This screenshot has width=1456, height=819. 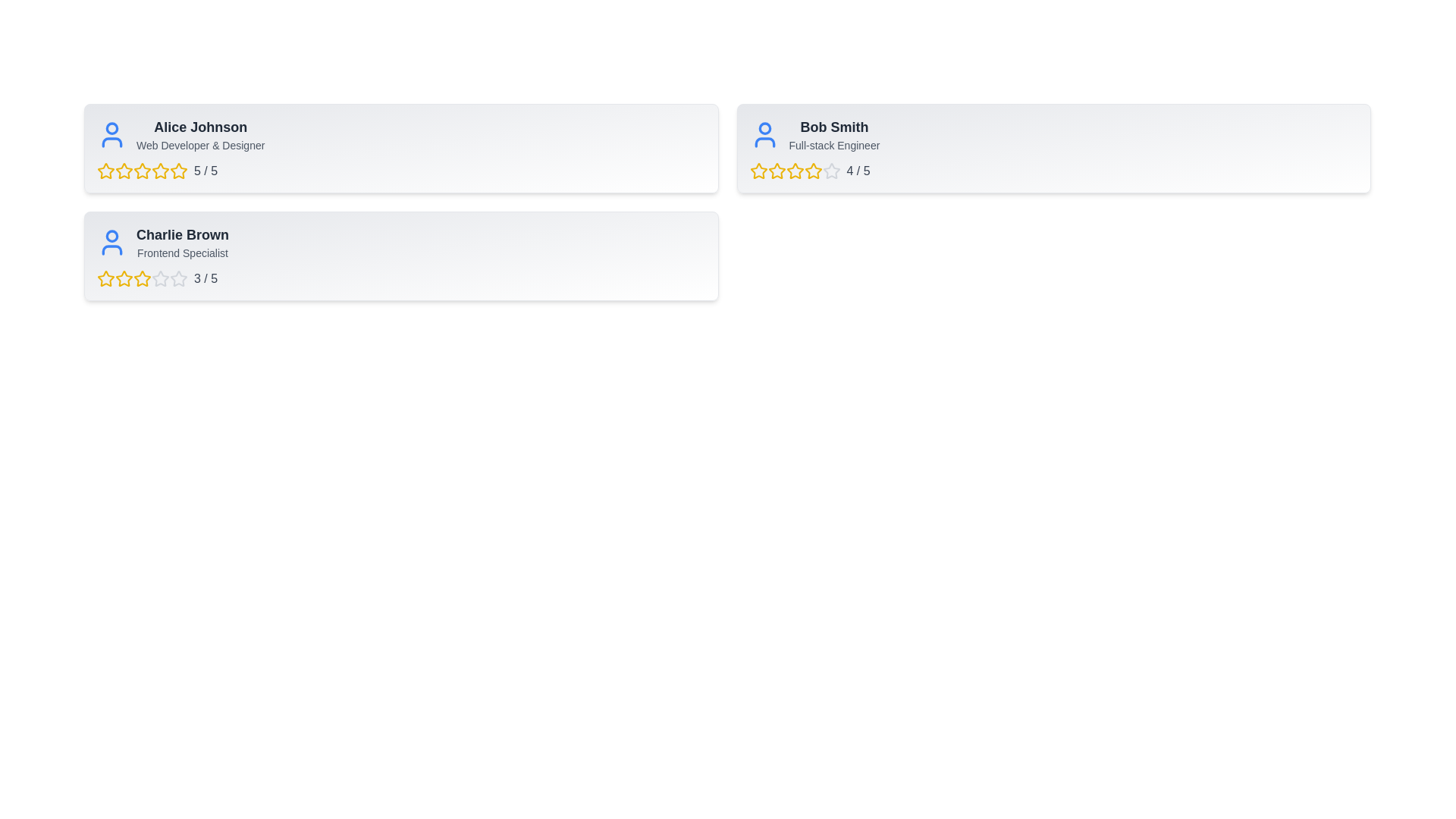 I want to click on the 2 star for the user Alice Johnson to set their rating, so click(x=124, y=171).